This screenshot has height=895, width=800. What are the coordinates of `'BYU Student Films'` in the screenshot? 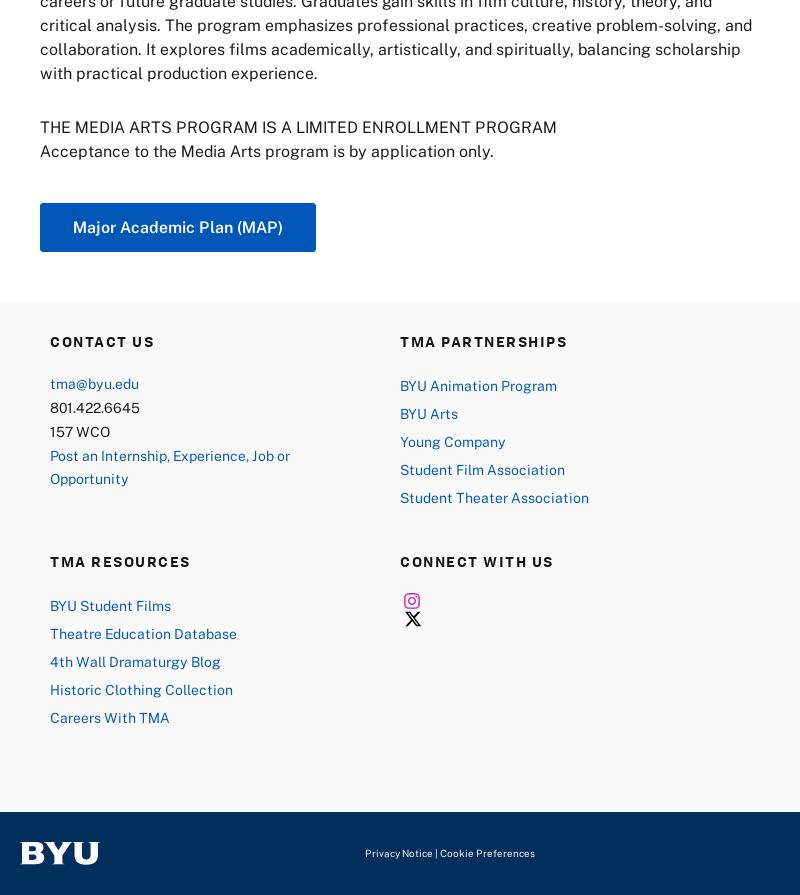 It's located at (109, 603).